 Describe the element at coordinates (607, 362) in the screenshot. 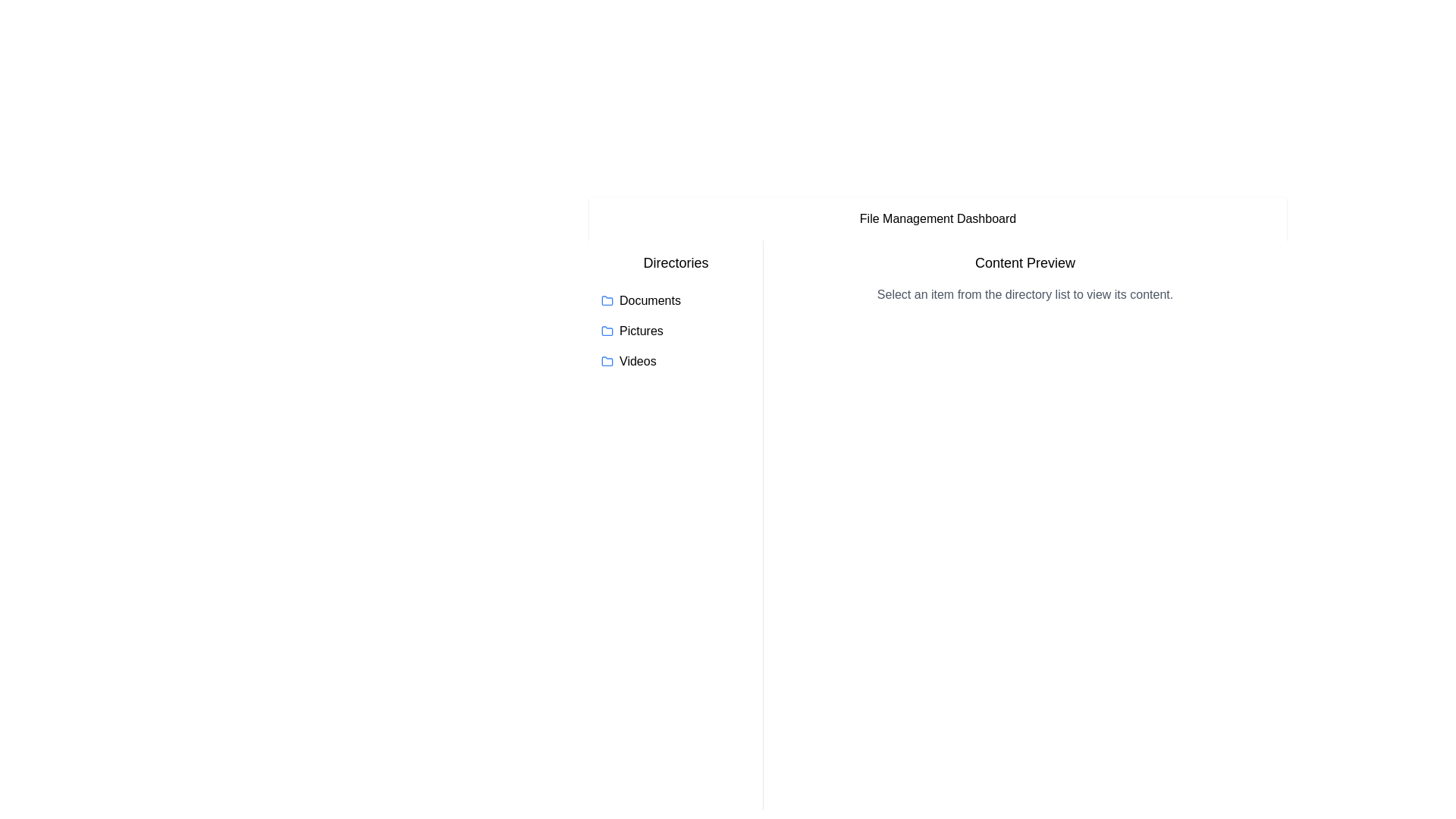

I see `the folder icon with a blue outline located next to the text 'Videos' under the 'Directories' heading` at that location.